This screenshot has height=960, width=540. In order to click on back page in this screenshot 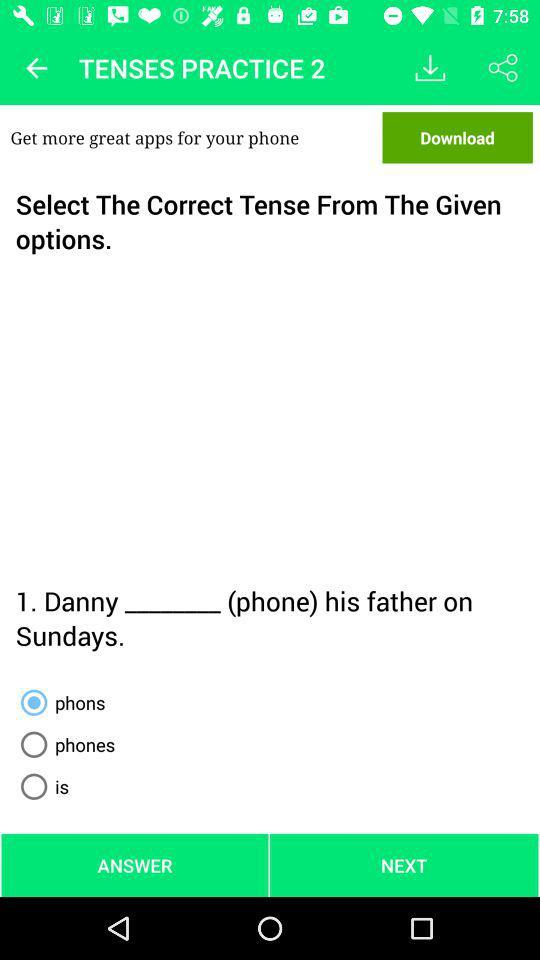, I will do `click(36, 68)`.